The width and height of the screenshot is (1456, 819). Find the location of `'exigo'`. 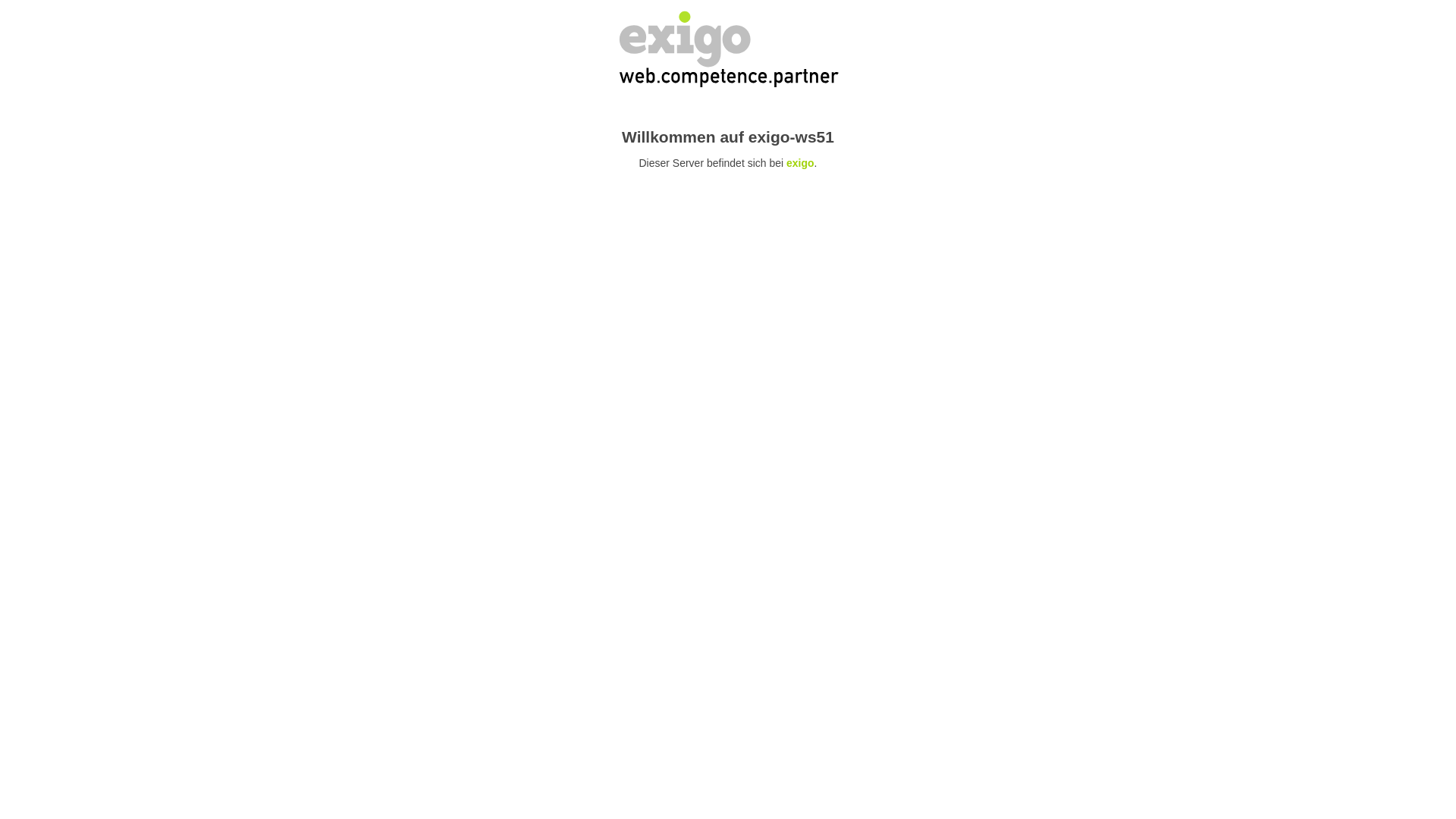

'exigo' is located at coordinates (799, 163).